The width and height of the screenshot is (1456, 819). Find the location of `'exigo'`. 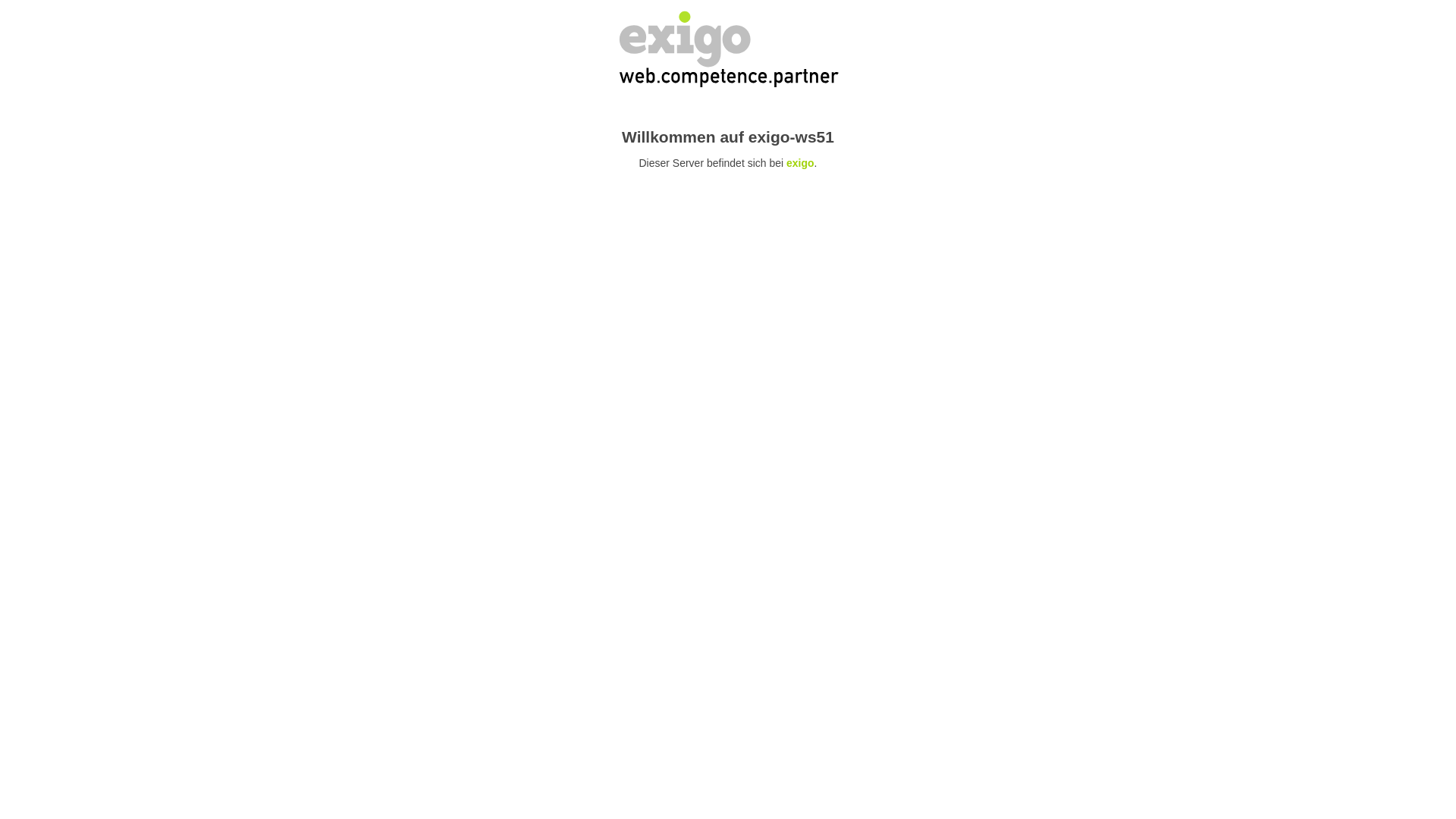

'exigo' is located at coordinates (799, 163).